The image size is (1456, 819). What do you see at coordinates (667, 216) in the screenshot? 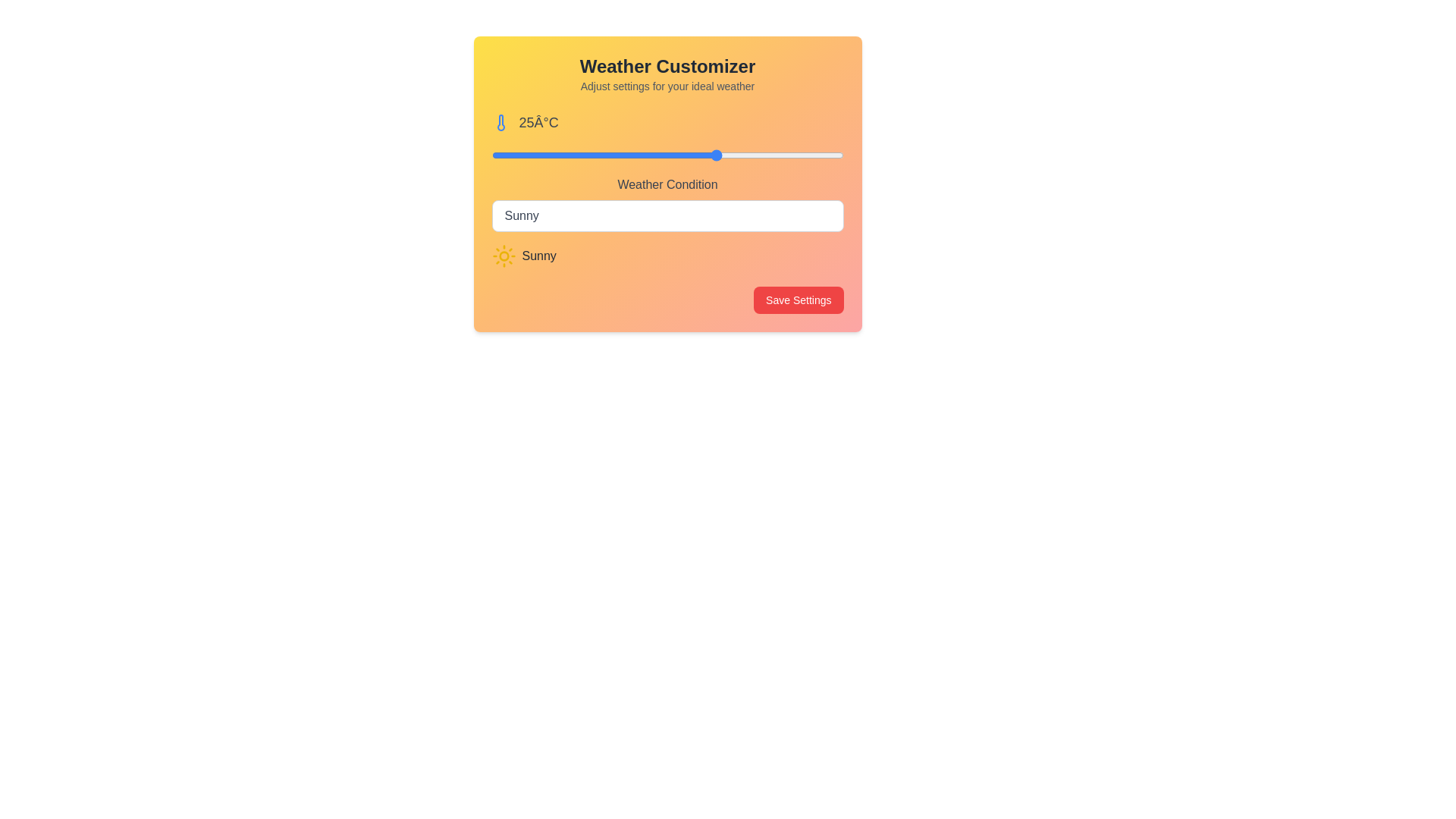
I see `the weather condition Snowy from the dropdown menu` at bounding box center [667, 216].